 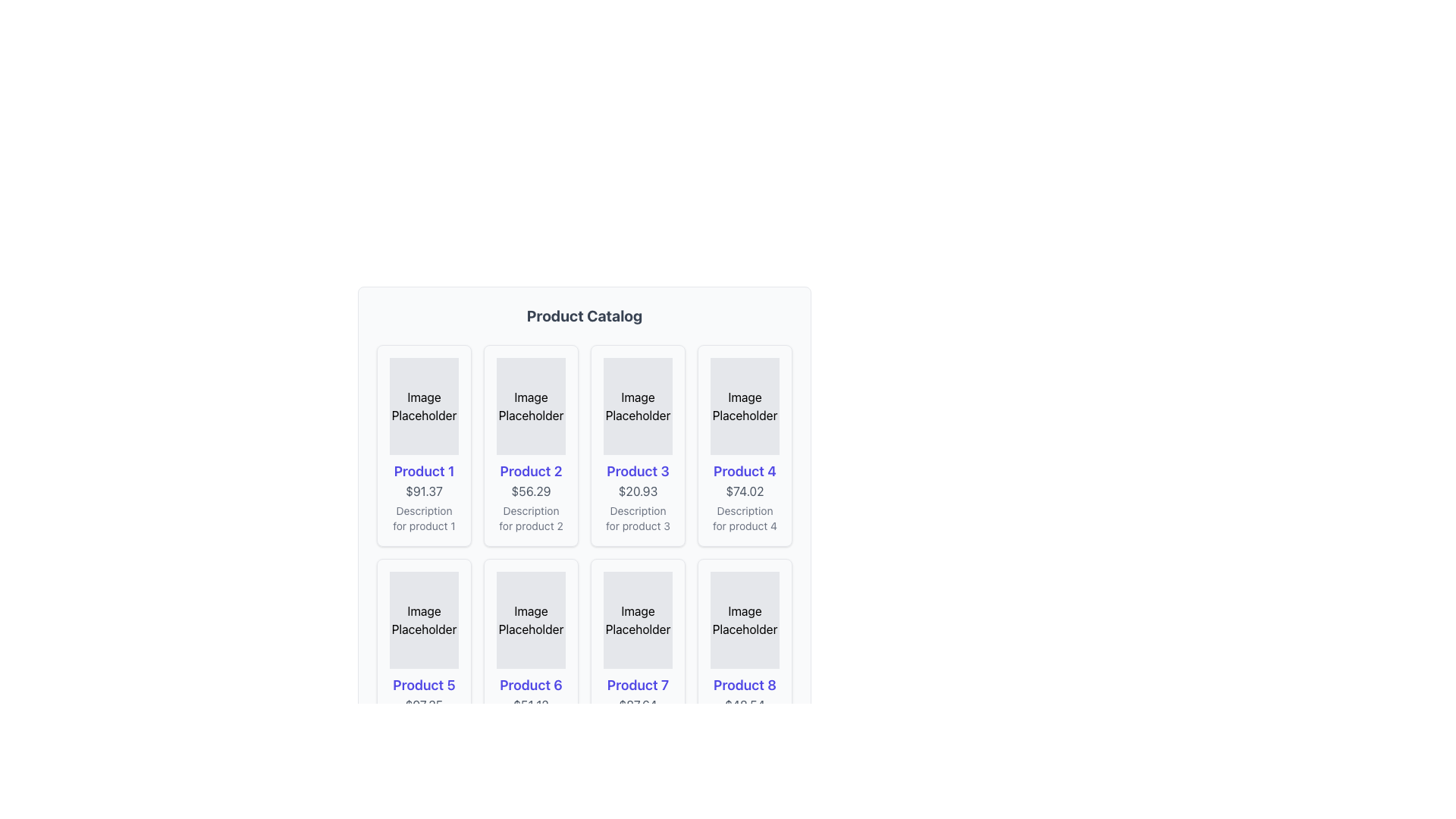 What do you see at coordinates (531, 491) in the screenshot?
I see `the text label displaying the price '$56.29' of 'Product 2', which is located below the product title and above its description` at bounding box center [531, 491].